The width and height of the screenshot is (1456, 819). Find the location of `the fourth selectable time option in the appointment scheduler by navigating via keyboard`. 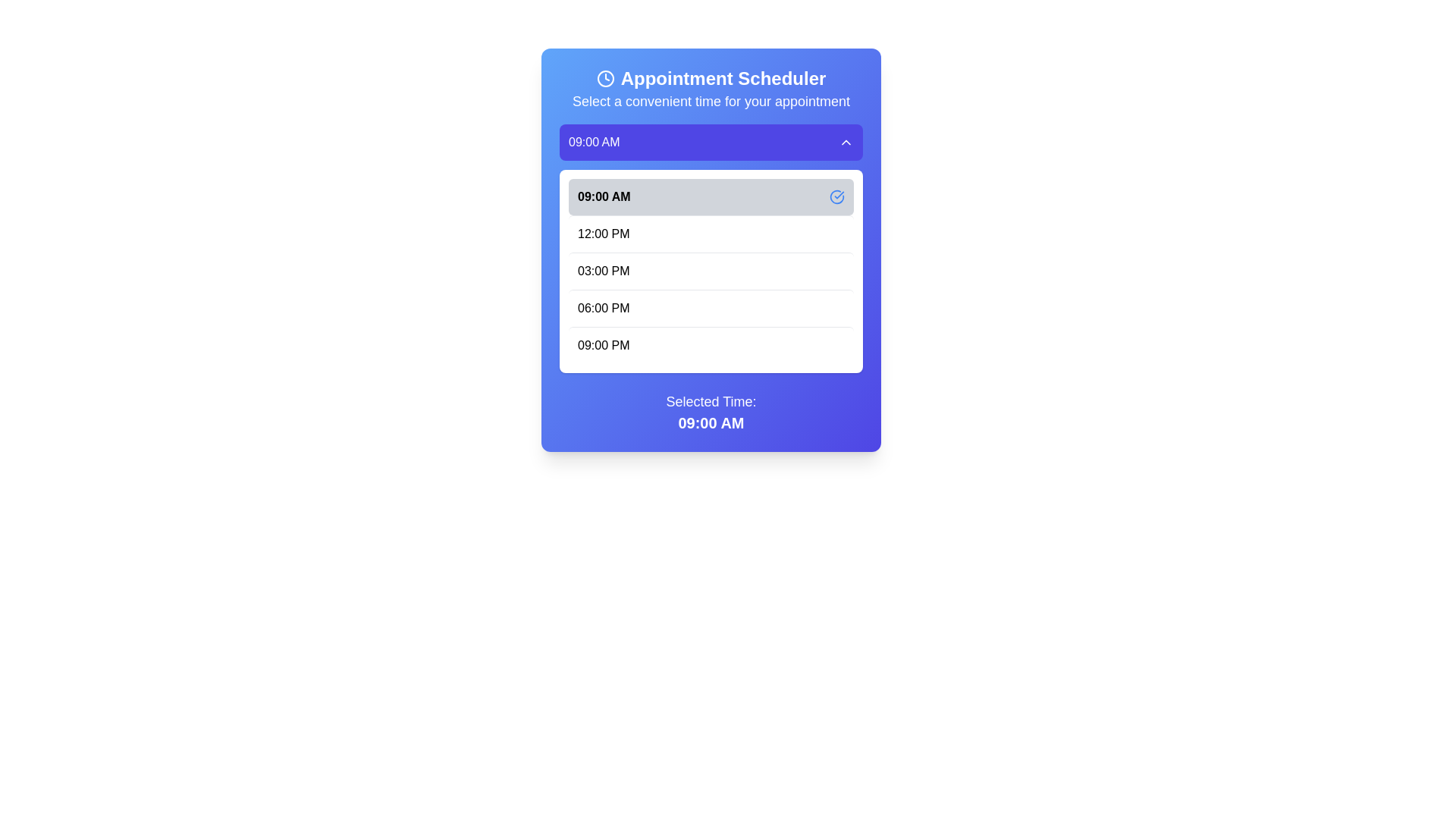

the fourth selectable time option in the appointment scheduler by navigating via keyboard is located at coordinates (710, 307).